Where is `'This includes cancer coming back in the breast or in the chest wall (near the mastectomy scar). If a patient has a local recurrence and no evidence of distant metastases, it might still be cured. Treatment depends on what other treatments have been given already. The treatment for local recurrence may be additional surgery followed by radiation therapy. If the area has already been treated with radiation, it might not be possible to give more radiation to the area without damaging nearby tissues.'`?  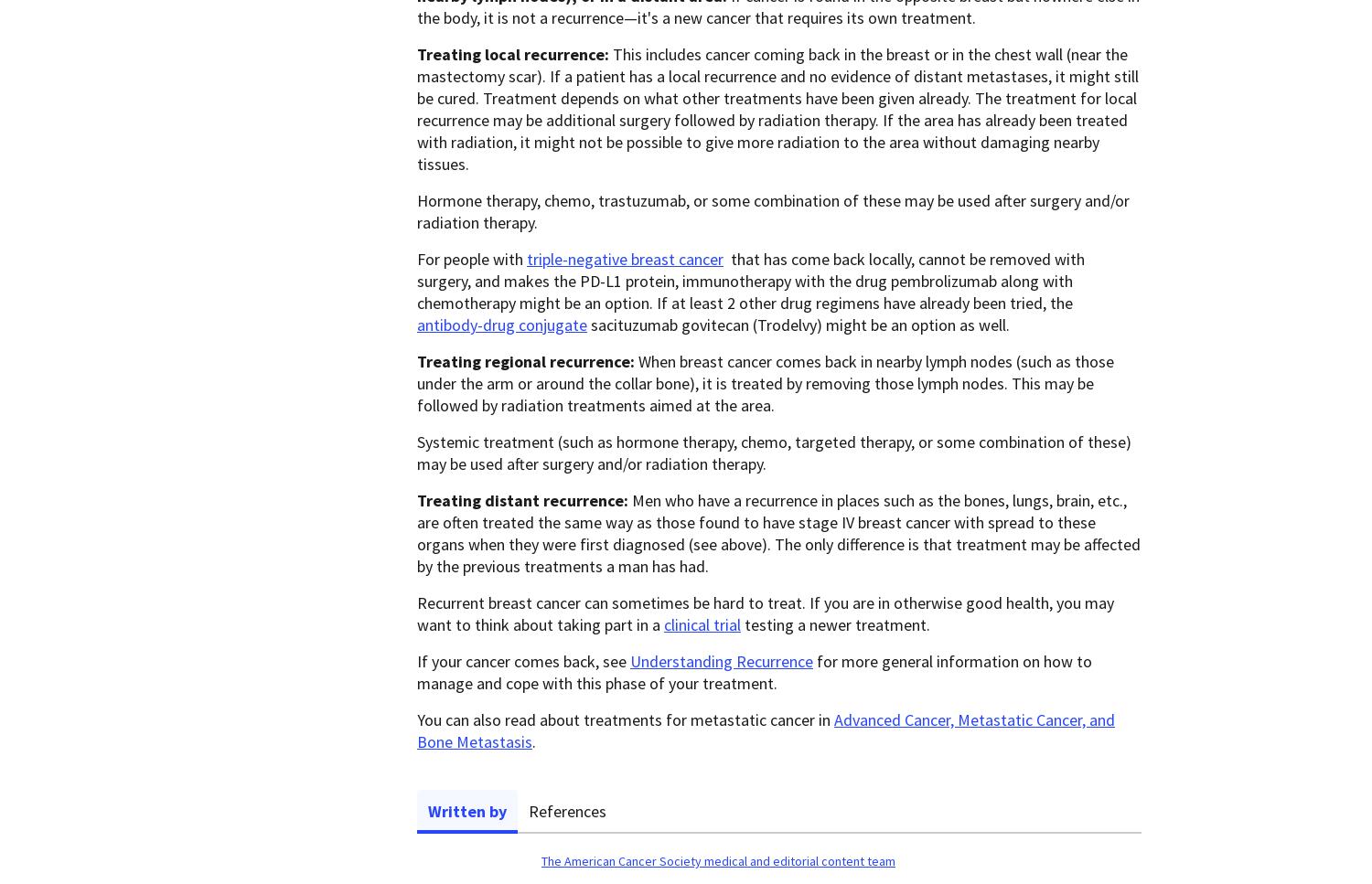 'This includes cancer coming back in the breast or in the chest wall (near the mastectomy scar). If a patient has a local recurrence and no evidence of distant metastases, it might still be cured. Treatment depends on what other treatments have been given already. The treatment for local recurrence may be additional surgery followed by radiation therapy. If the area has already been treated with radiation, it might not be possible to give more radiation to the area without damaging nearby tissues.' is located at coordinates (777, 108).